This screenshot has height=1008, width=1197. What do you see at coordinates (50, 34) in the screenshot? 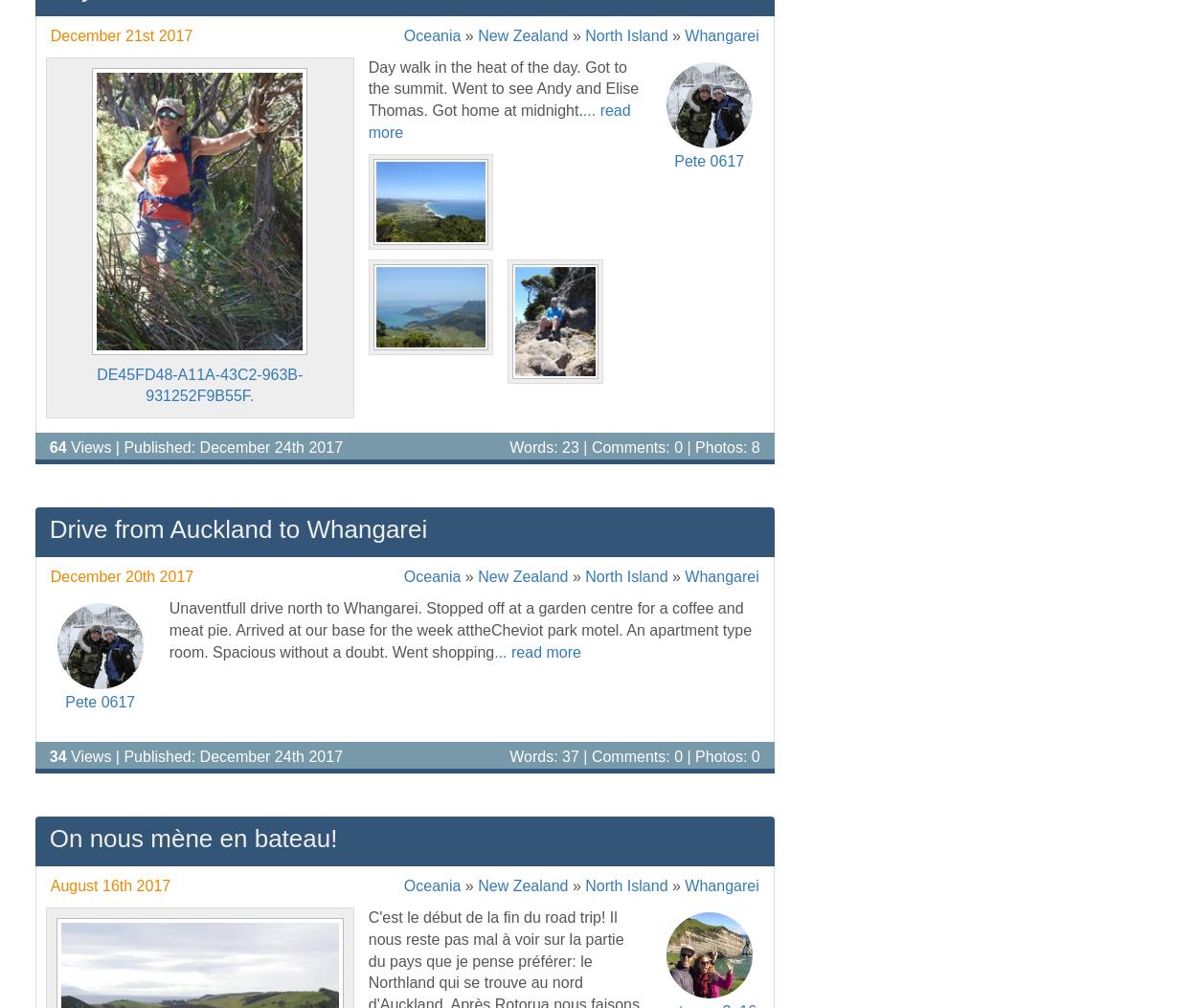
I see `'December 21st 2017'` at bounding box center [50, 34].